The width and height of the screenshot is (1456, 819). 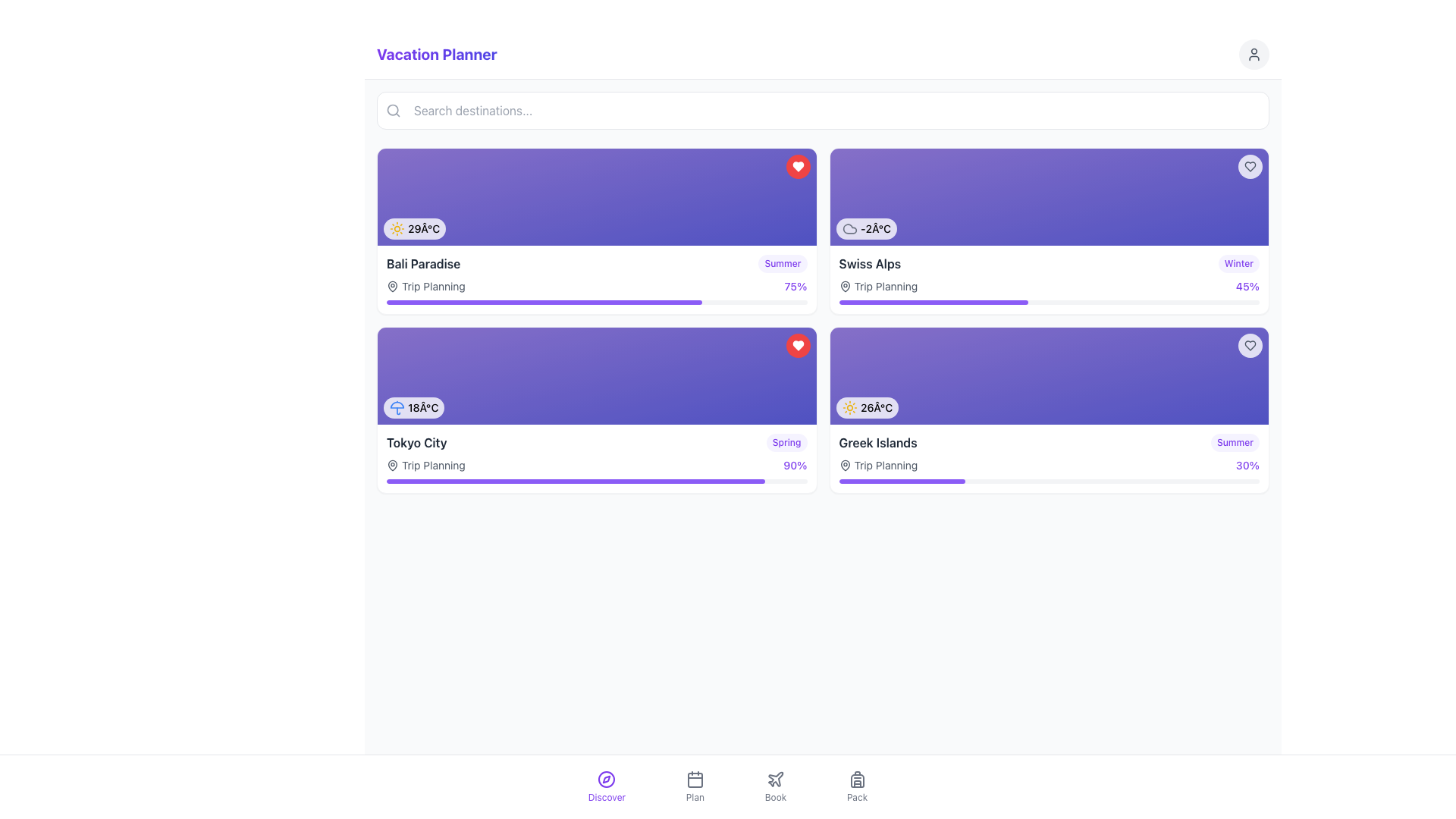 What do you see at coordinates (607, 786) in the screenshot?
I see `the 'Discover' button in the bottom navigation bar, which is the first button from the left and features a purple compass icon above the text label 'Discover'` at bounding box center [607, 786].